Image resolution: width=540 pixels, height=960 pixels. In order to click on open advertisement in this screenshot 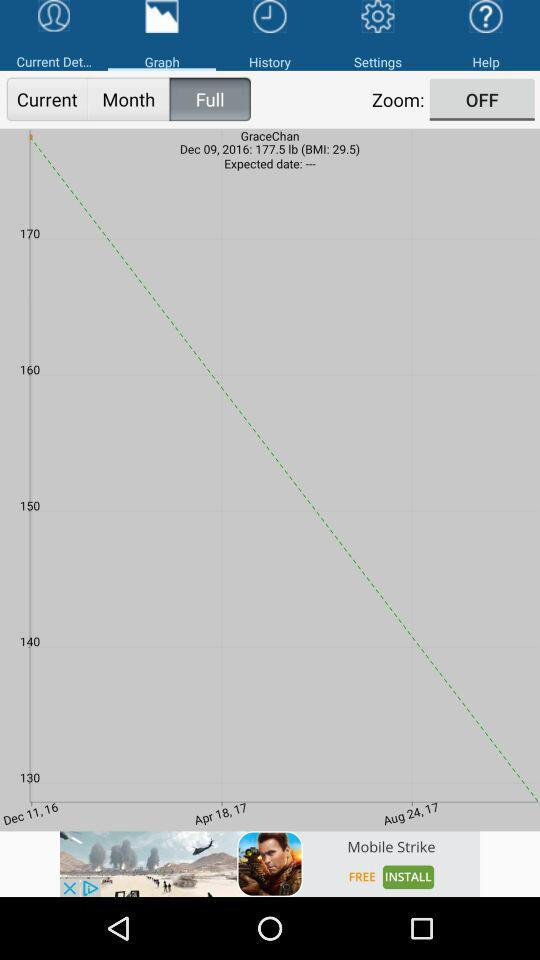, I will do `click(270, 863)`.